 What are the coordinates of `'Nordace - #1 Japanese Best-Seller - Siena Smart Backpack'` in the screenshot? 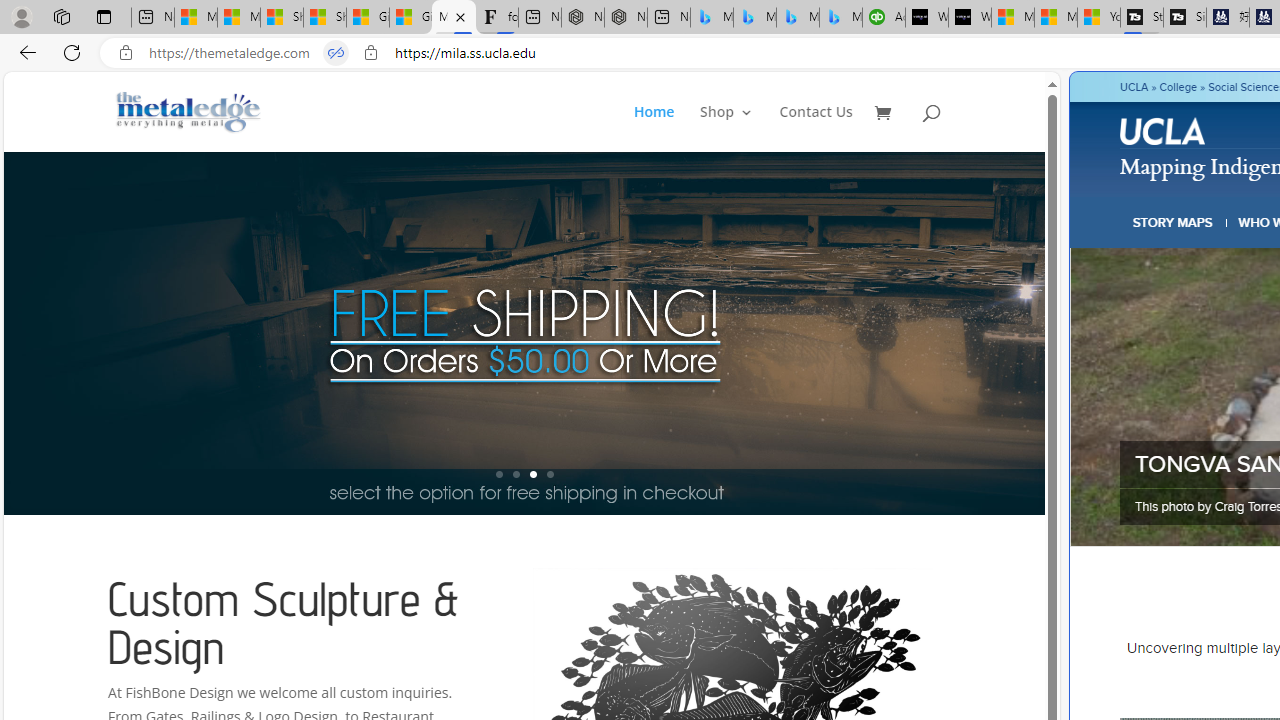 It's located at (624, 17).